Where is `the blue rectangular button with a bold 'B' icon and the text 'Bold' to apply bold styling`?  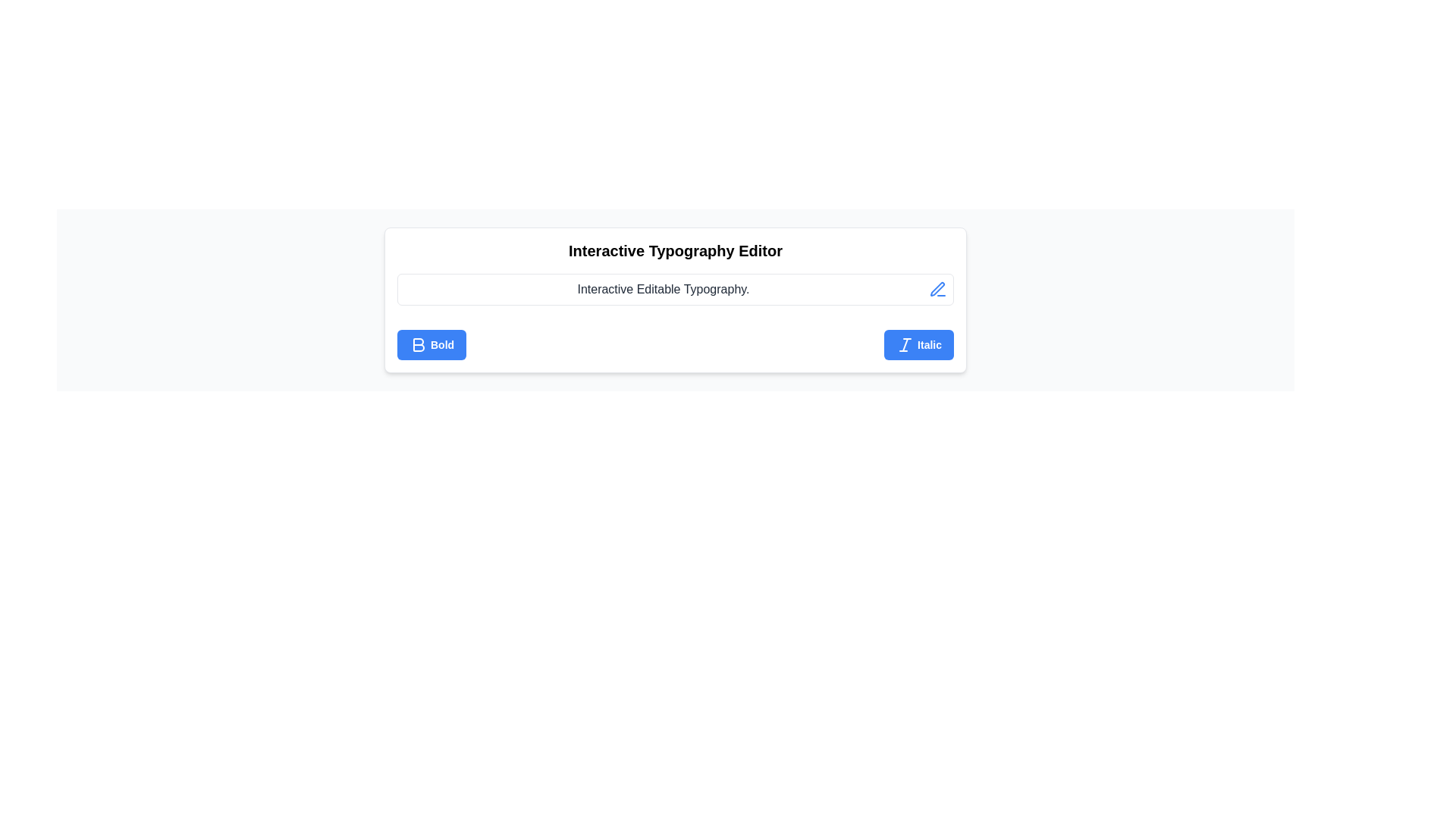 the blue rectangular button with a bold 'B' icon and the text 'Bold' to apply bold styling is located at coordinates (431, 345).